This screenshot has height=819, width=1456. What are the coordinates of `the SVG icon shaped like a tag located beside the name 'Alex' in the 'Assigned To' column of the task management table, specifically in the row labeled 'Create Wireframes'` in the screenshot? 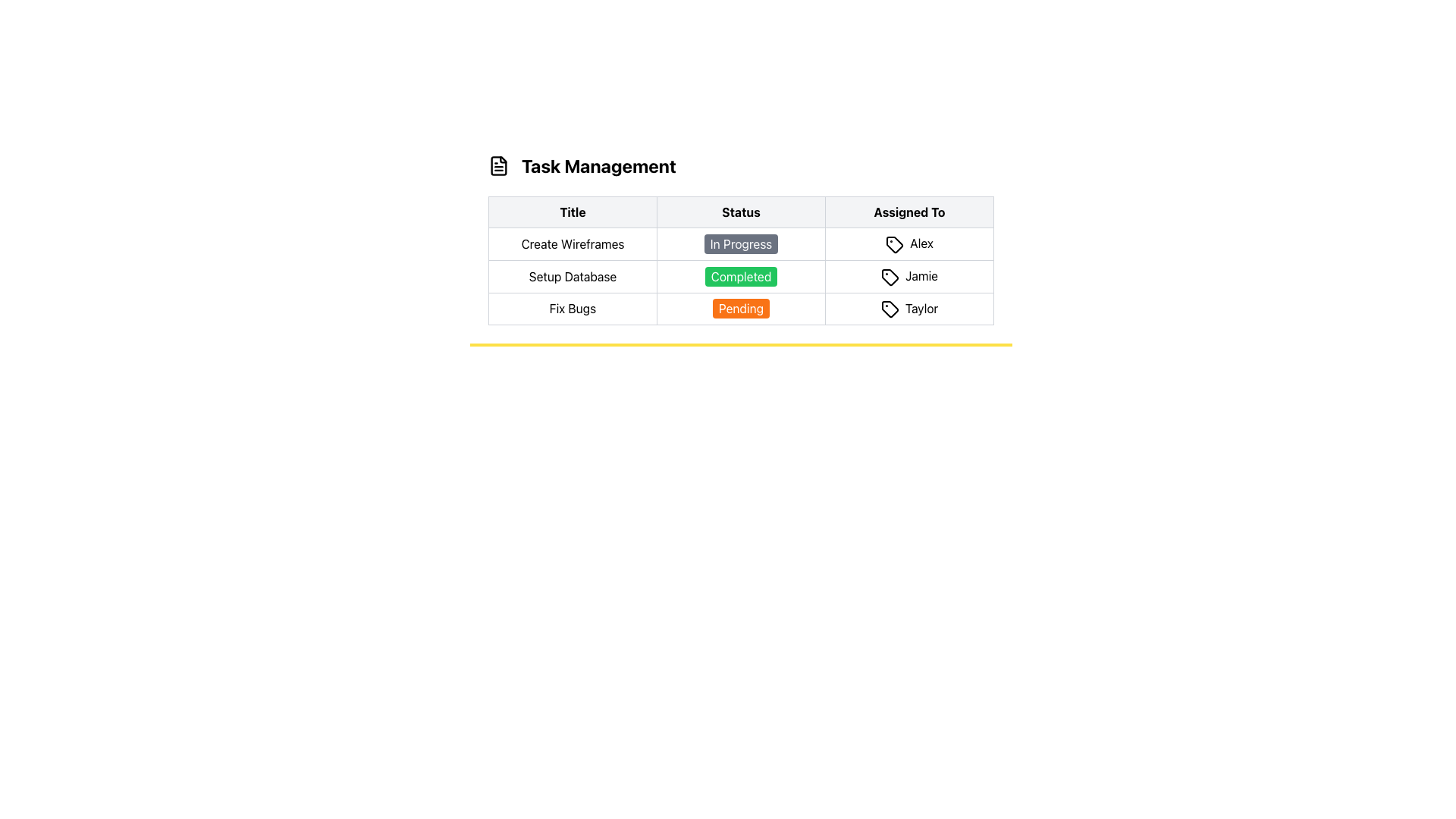 It's located at (895, 243).